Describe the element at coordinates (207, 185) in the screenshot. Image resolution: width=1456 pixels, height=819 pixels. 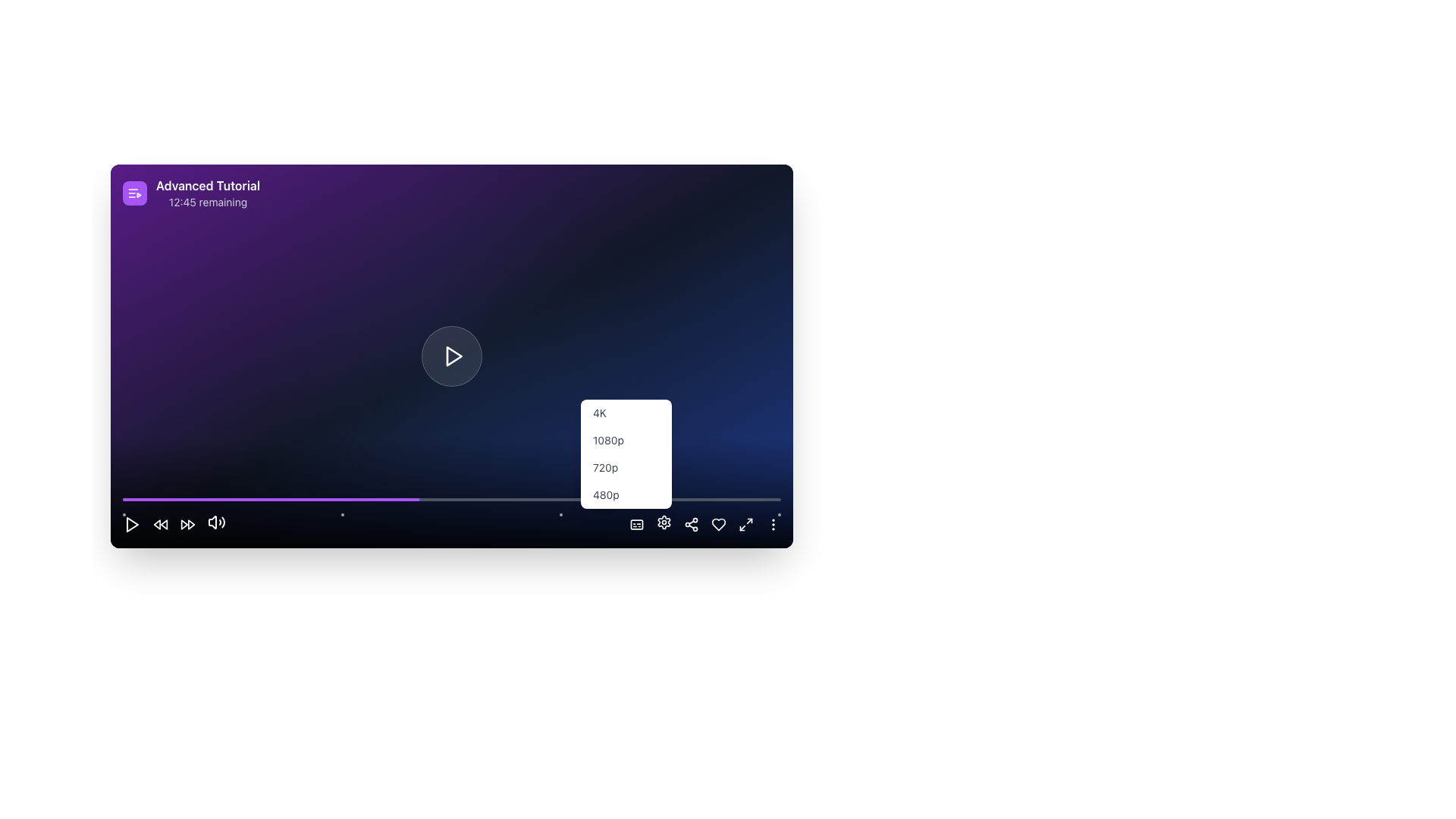
I see `the text label that serves as a title or descriptive label for the content, located in the top-left corner of the application interface above the smaller text displaying '12:45 remaining'` at that location.